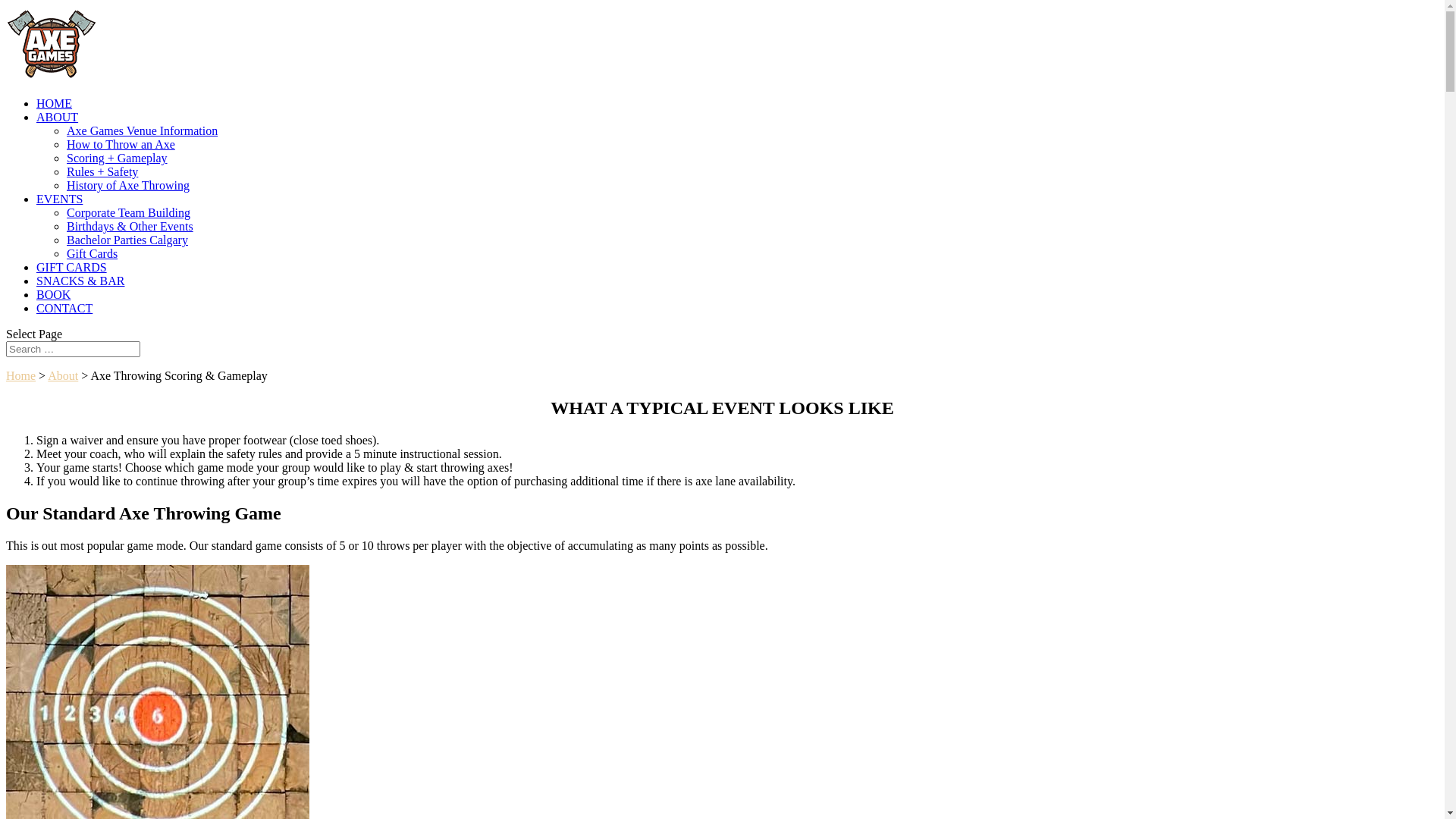 This screenshot has width=1456, height=819. What do you see at coordinates (71, 266) in the screenshot?
I see `'GIFT CARDS'` at bounding box center [71, 266].